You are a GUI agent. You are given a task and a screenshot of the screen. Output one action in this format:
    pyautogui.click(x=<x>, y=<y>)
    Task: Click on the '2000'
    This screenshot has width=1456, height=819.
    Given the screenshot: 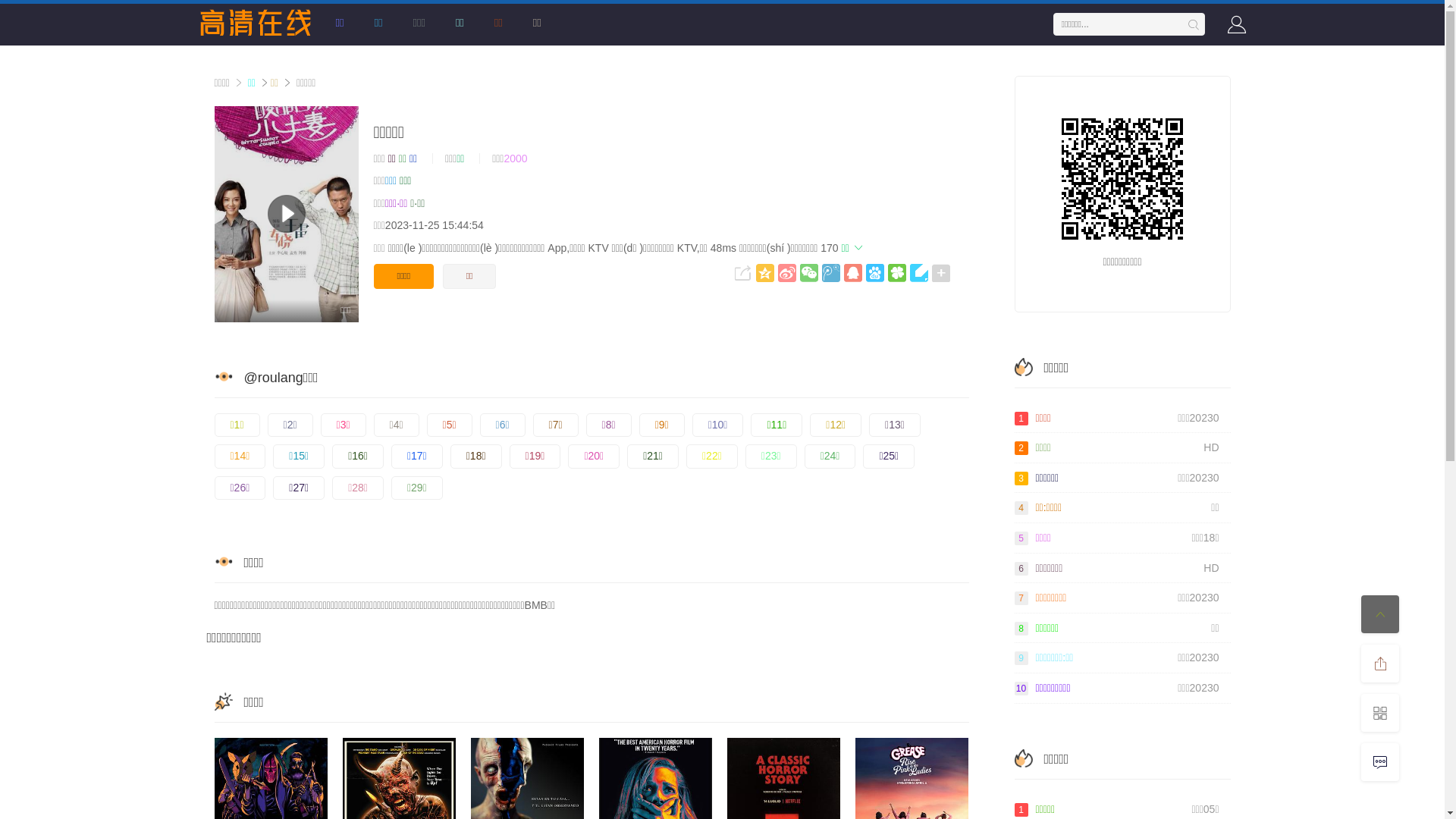 What is the action you would take?
    pyautogui.click(x=515, y=158)
    